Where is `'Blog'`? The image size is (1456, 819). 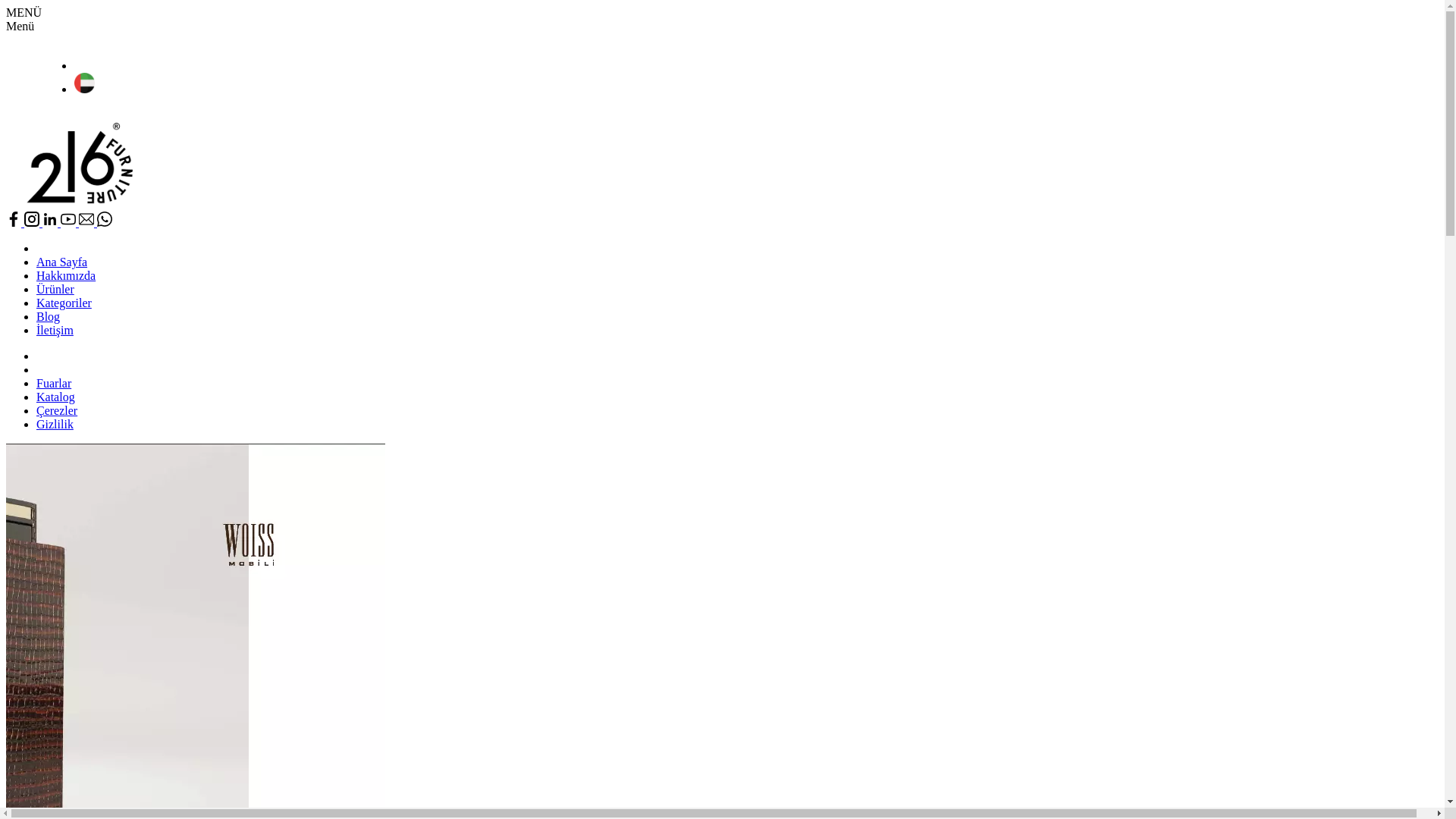 'Blog' is located at coordinates (48, 315).